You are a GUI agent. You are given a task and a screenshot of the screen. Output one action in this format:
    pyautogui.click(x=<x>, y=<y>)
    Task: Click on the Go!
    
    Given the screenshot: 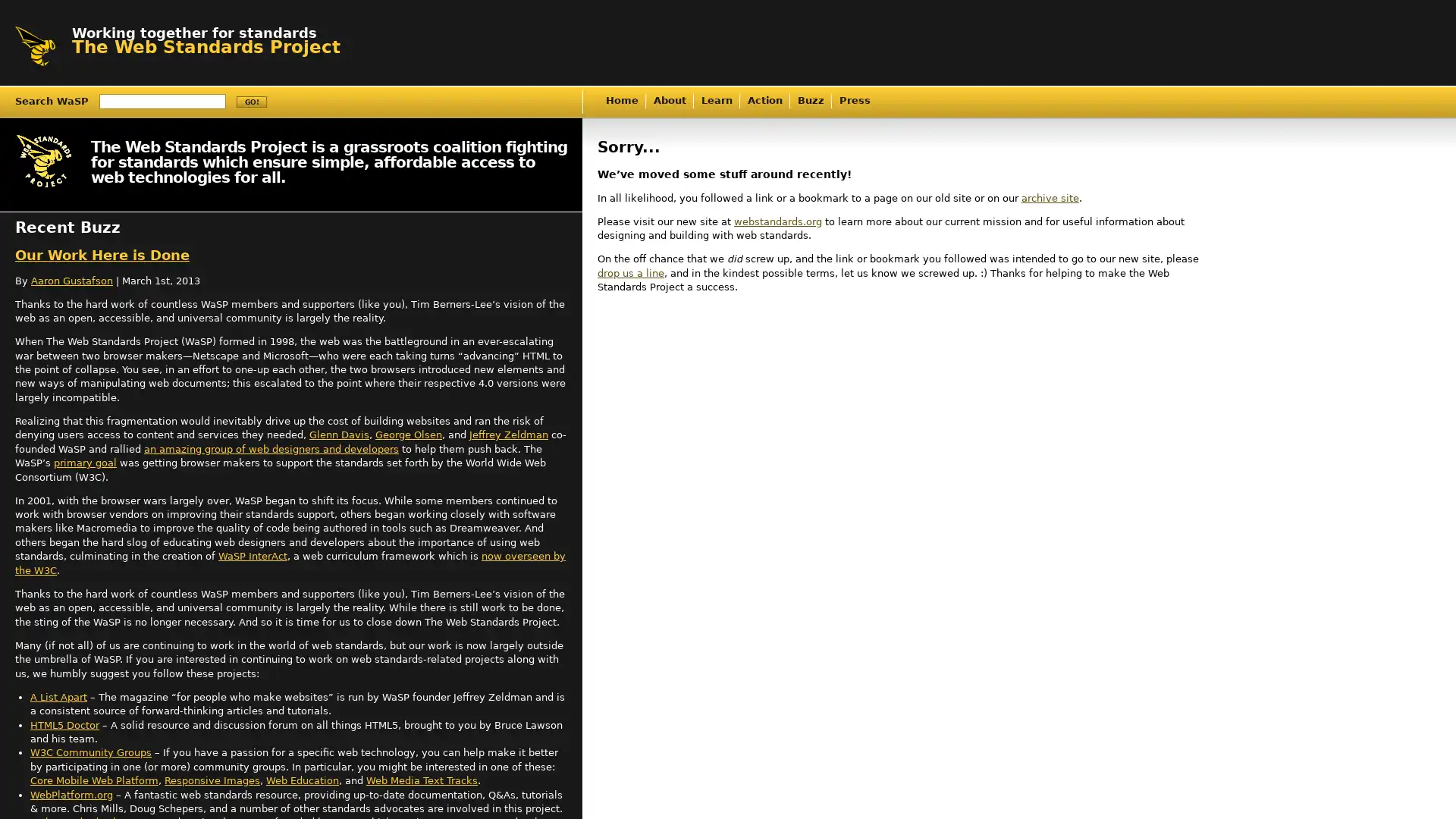 What is the action you would take?
    pyautogui.click(x=251, y=102)
    